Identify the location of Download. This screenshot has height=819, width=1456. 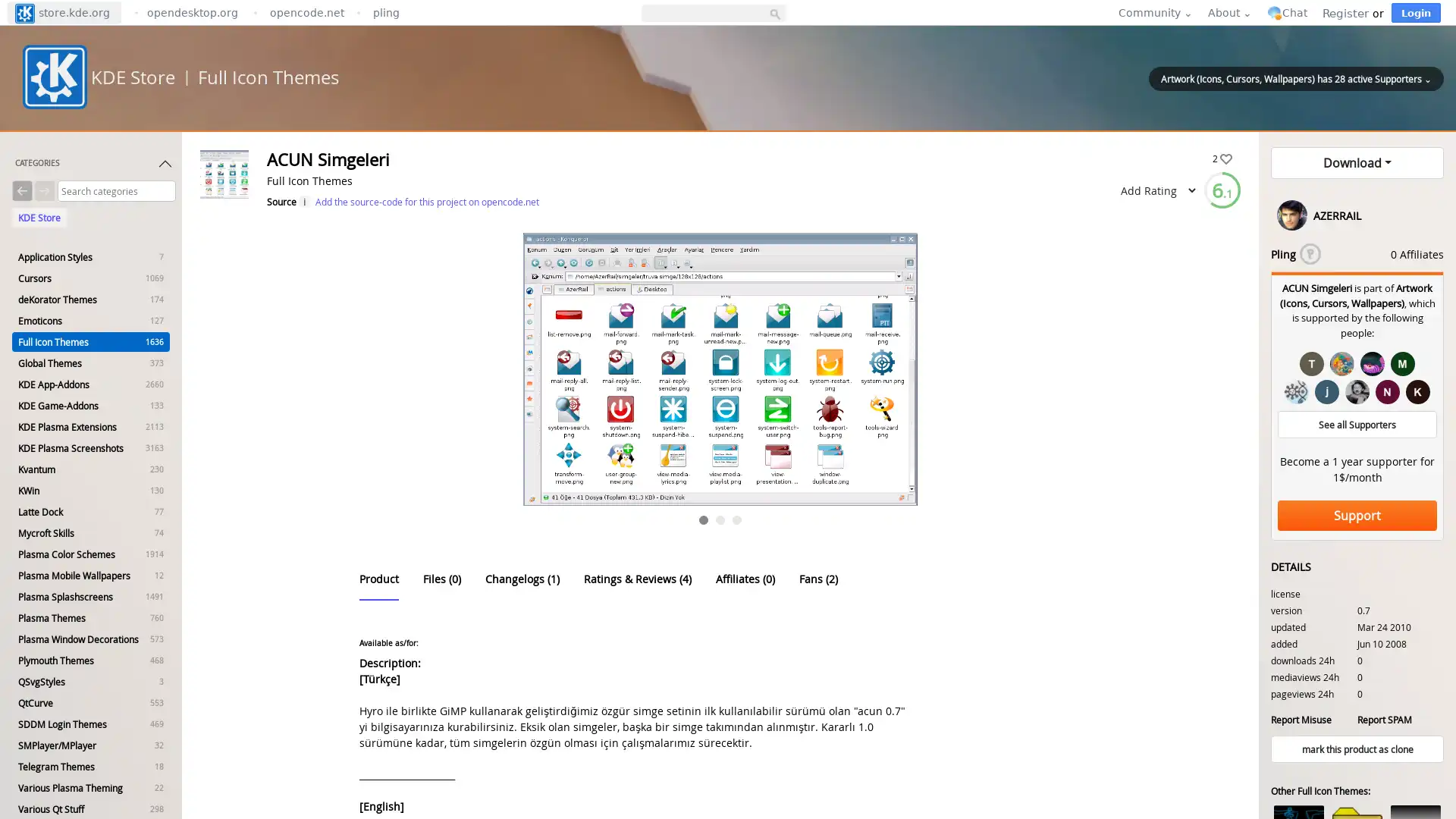
(1357, 163).